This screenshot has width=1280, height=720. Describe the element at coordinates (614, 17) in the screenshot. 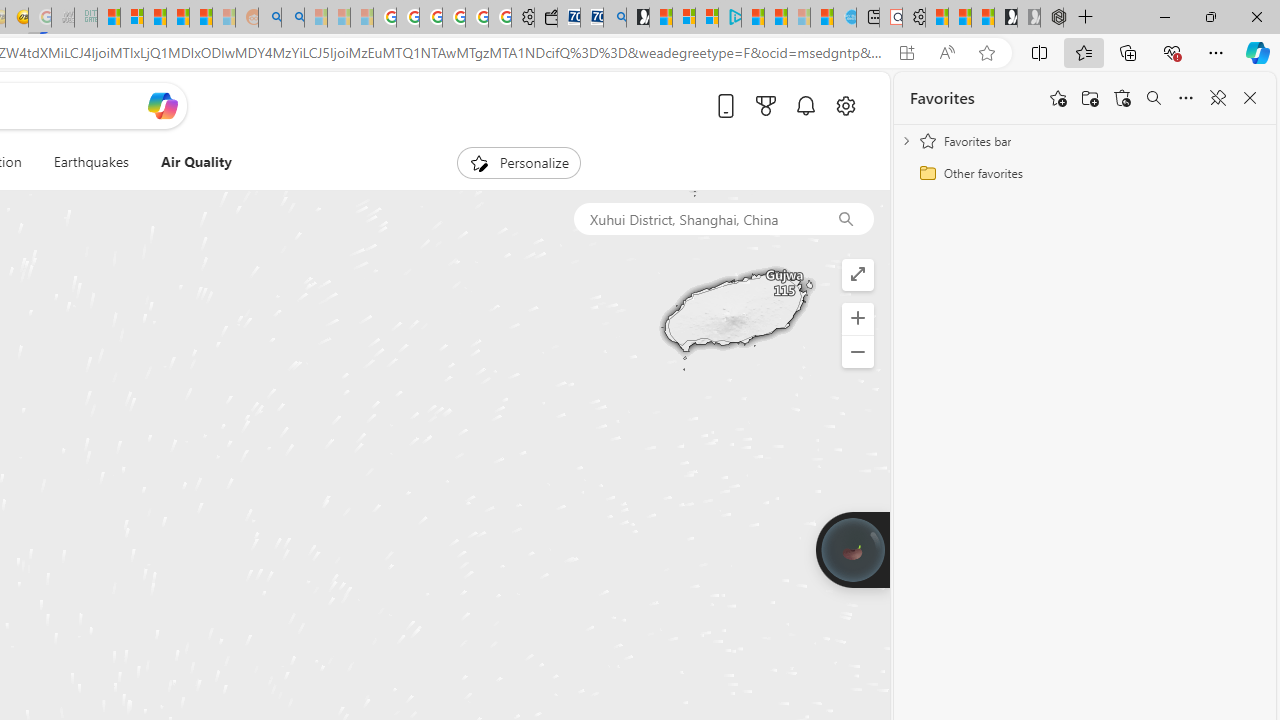

I see `'Bing Real Estate - Home sales and rental listings'` at that location.